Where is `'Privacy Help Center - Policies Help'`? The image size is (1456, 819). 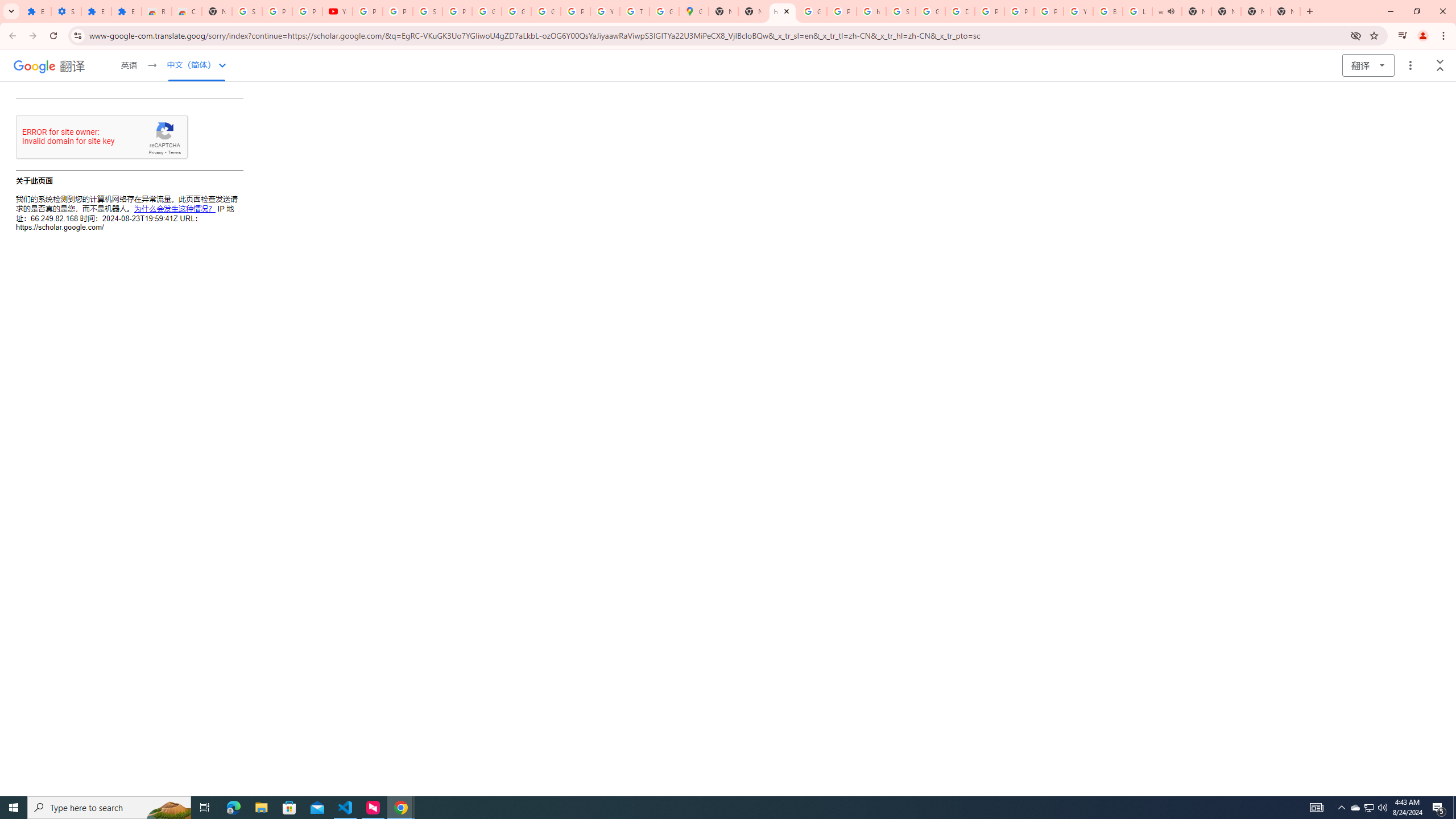 'Privacy Help Center - Policies Help' is located at coordinates (988, 11).